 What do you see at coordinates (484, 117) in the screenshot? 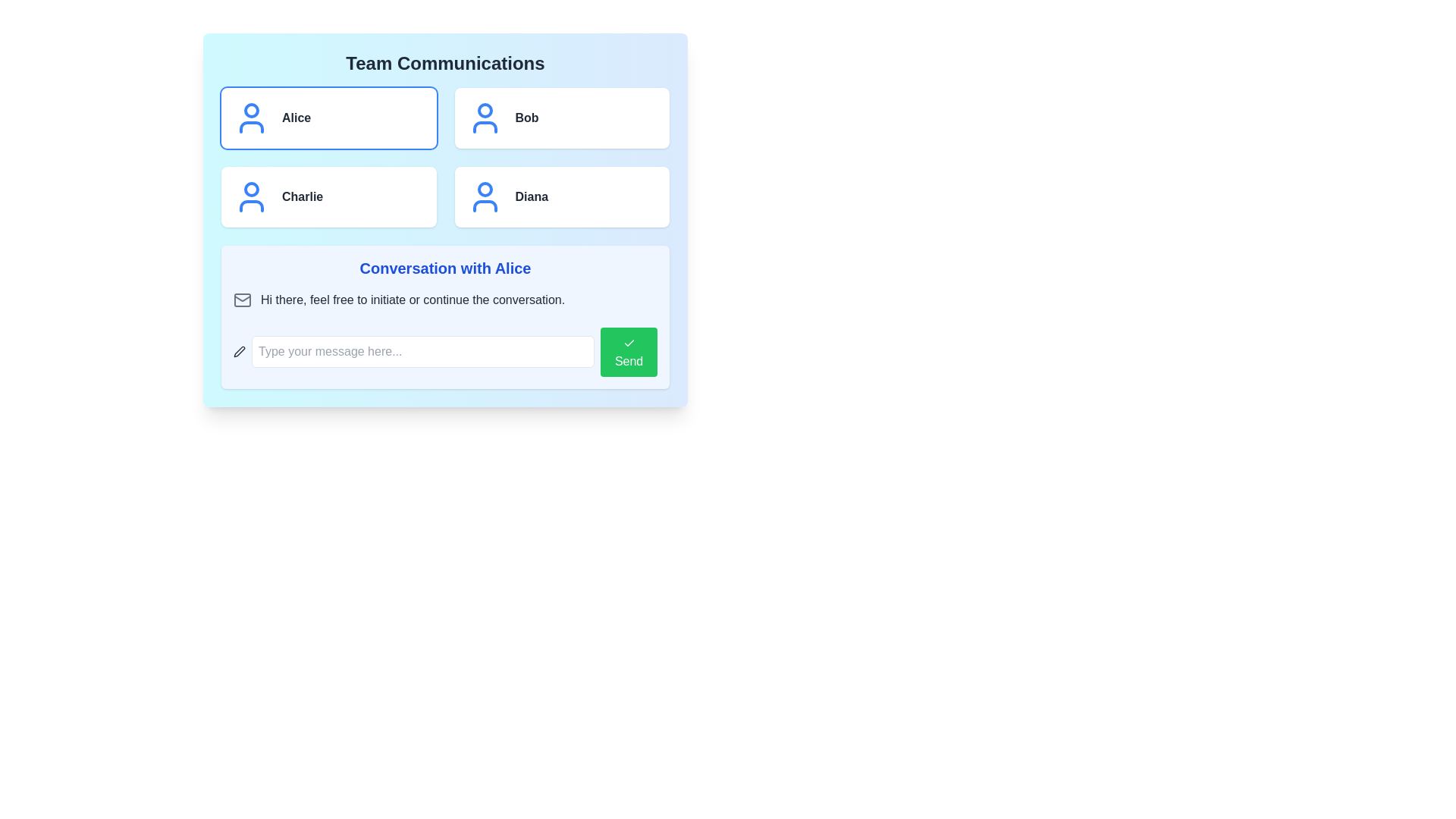
I see `the user icon, which is styled in blue and represents a person` at bounding box center [484, 117].